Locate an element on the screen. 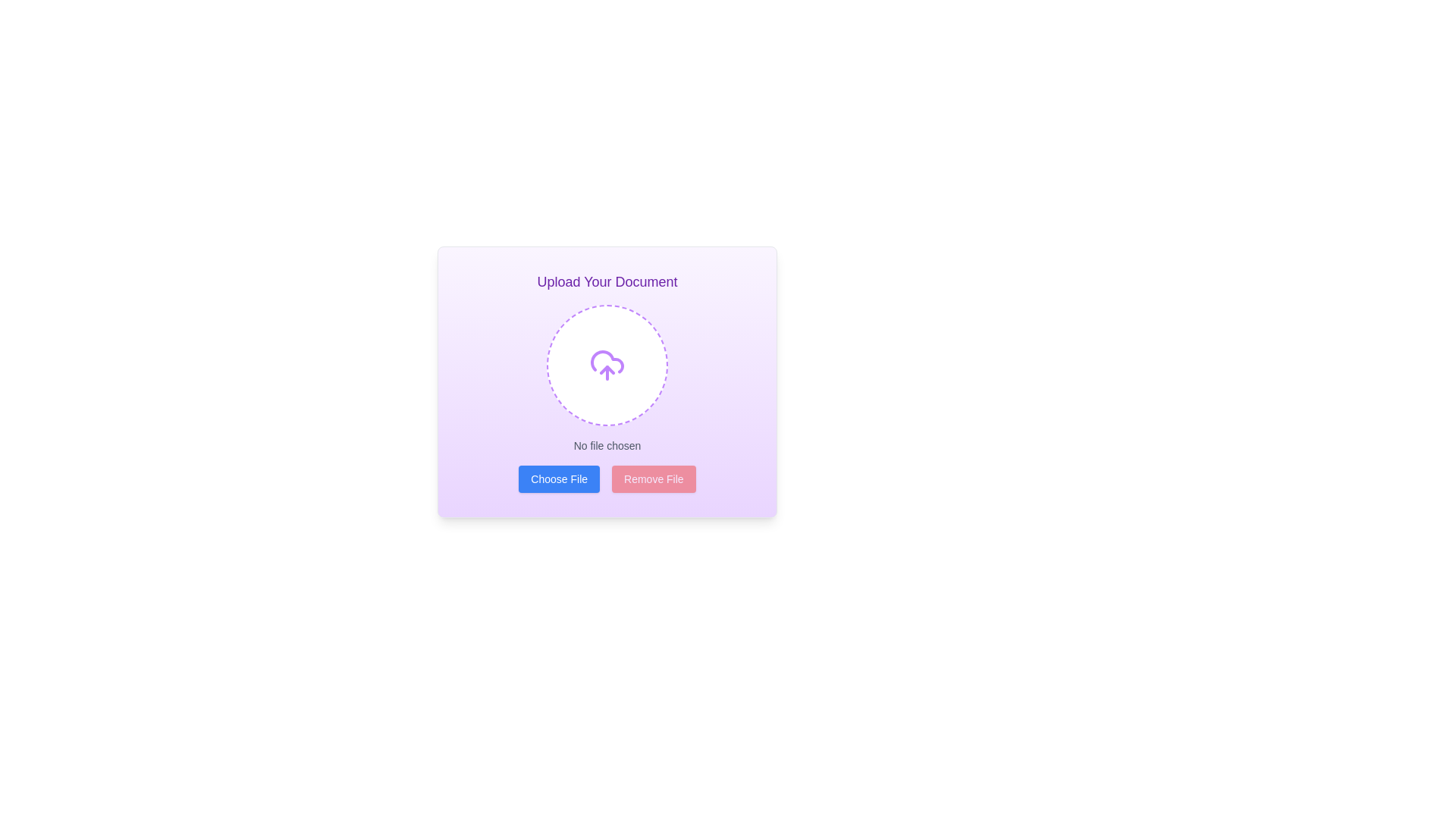 The height and width of the screenshot is (819, 1456). the interactive button located to the left of the red 'Remove File' button to initiate the file selection process is located at coordinates (558, 479).